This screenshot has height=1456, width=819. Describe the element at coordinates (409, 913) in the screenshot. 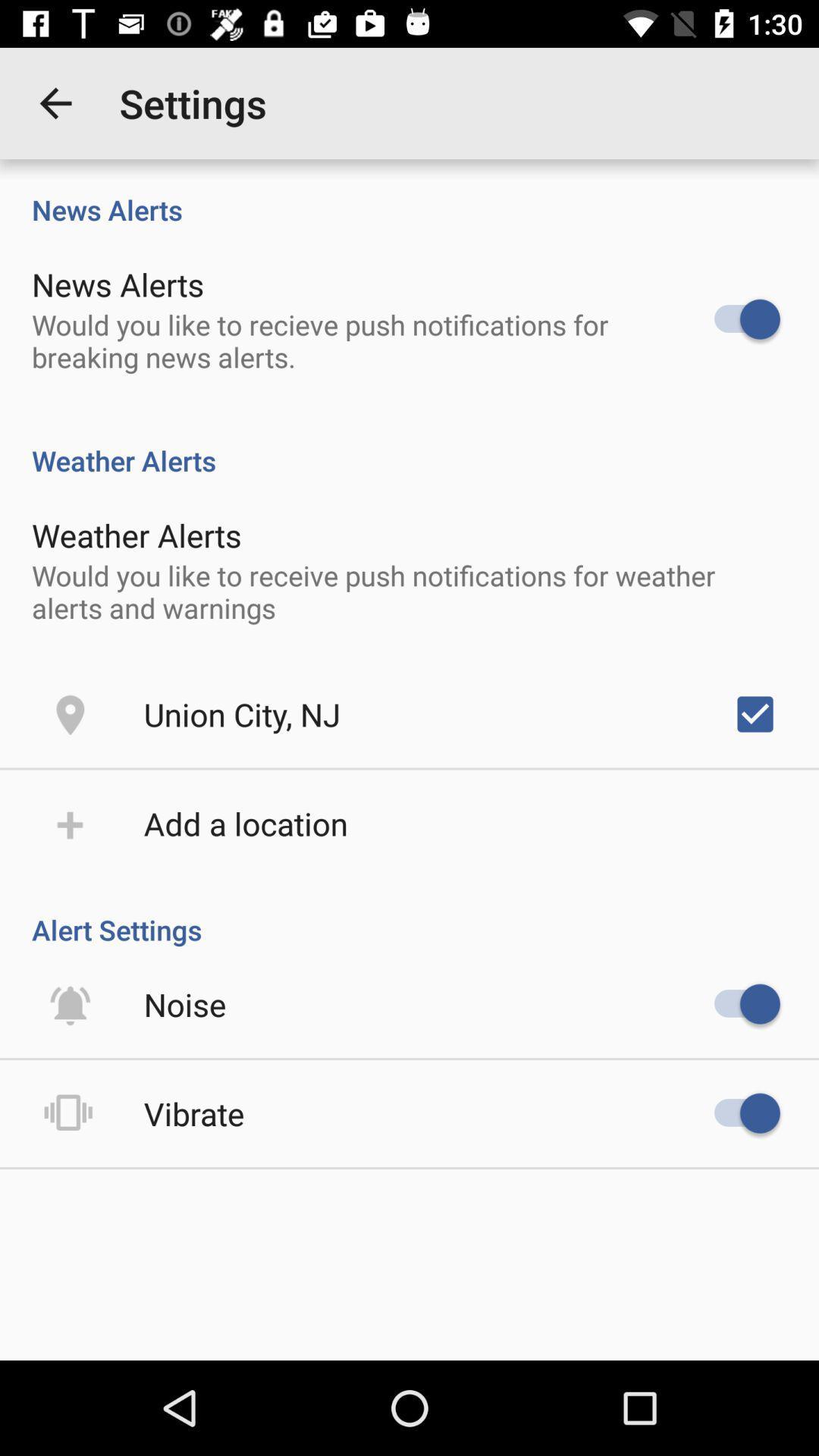

I see `alert settings` at that location.